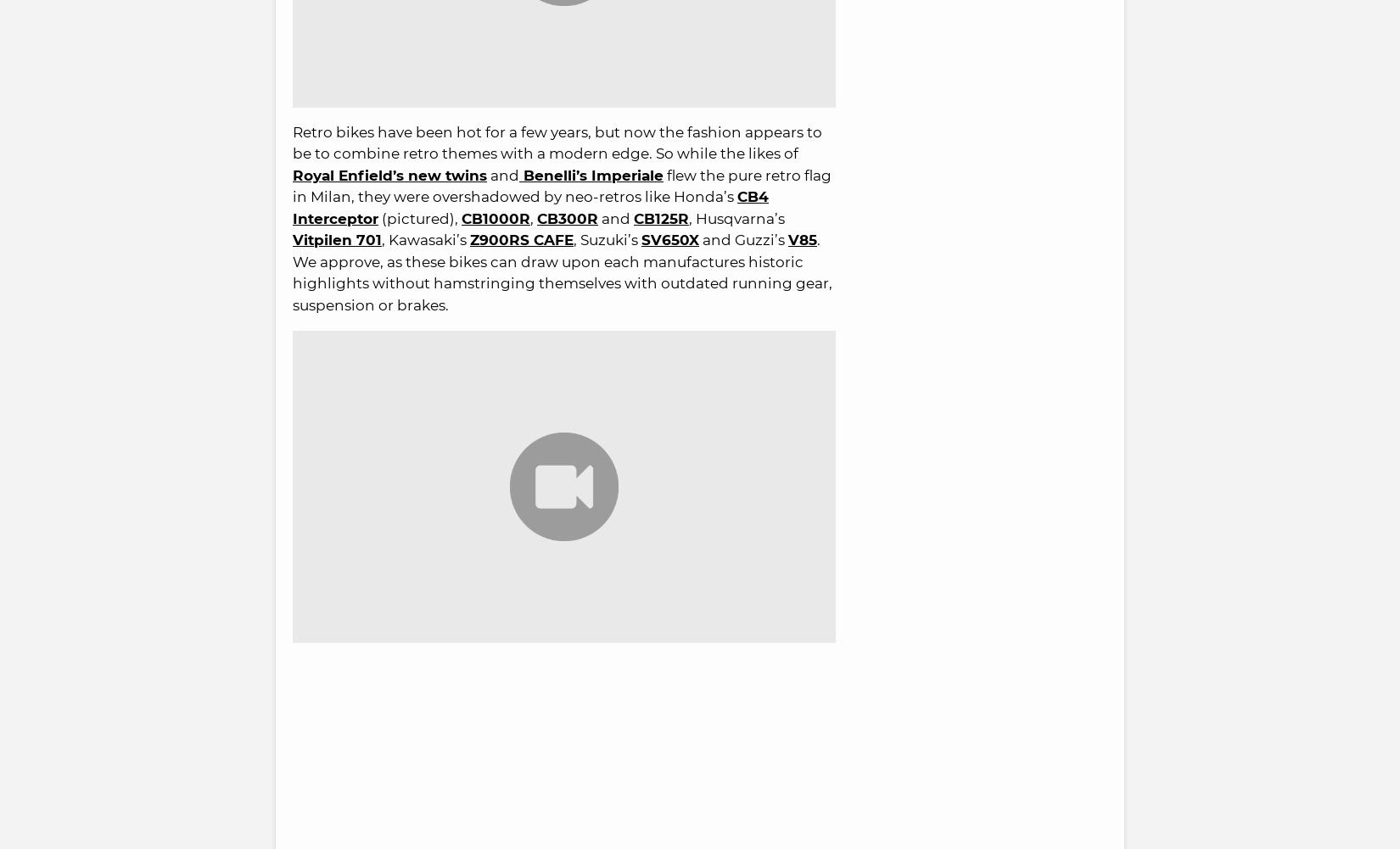 The image size is (1400, 849). I want to click on 'Z900RS CAFE', so click(469, 238).